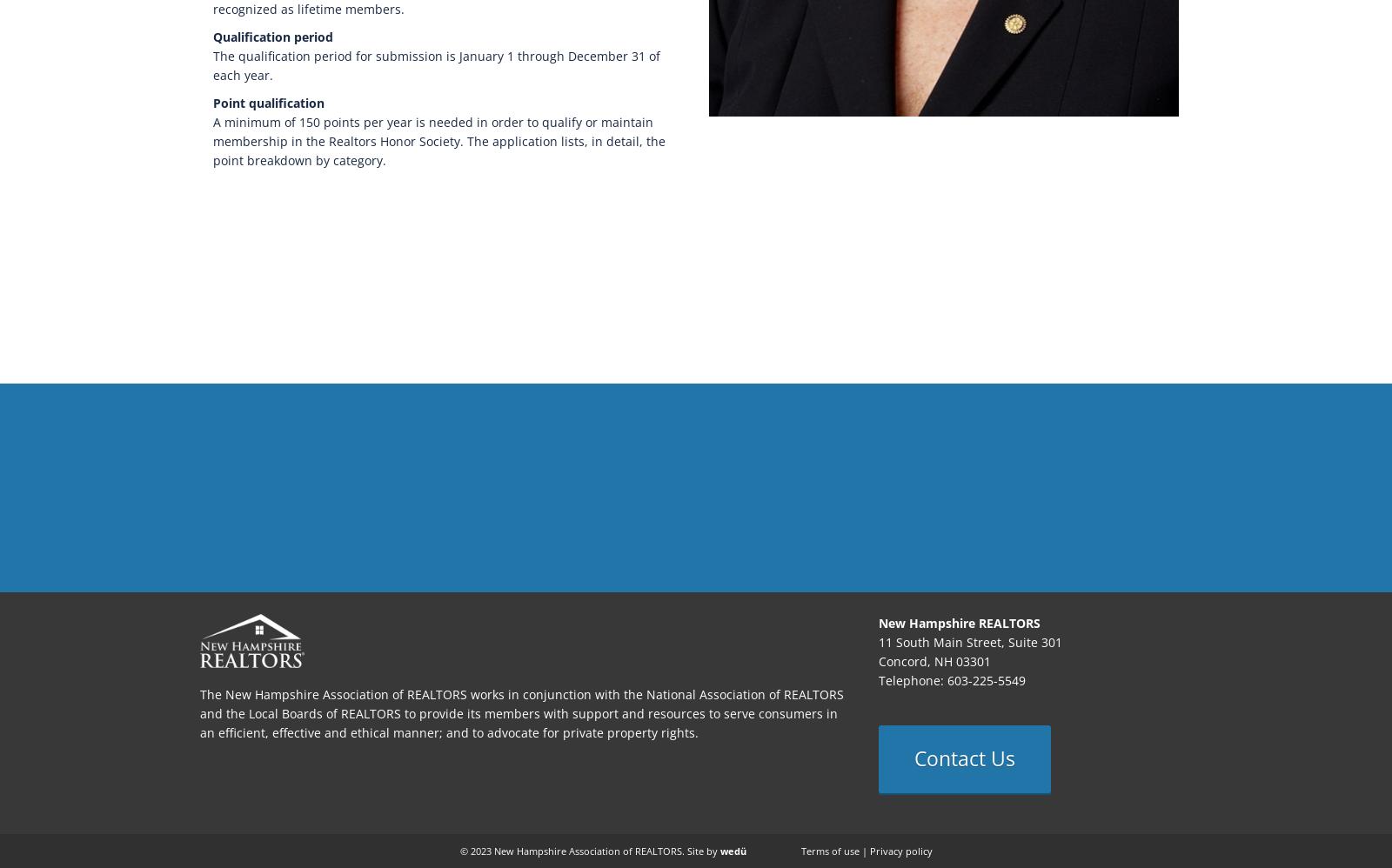 This screenshot has height=868, width=1392. I want to click on '11 South Main Street, Suite 301', so click(970, 642).